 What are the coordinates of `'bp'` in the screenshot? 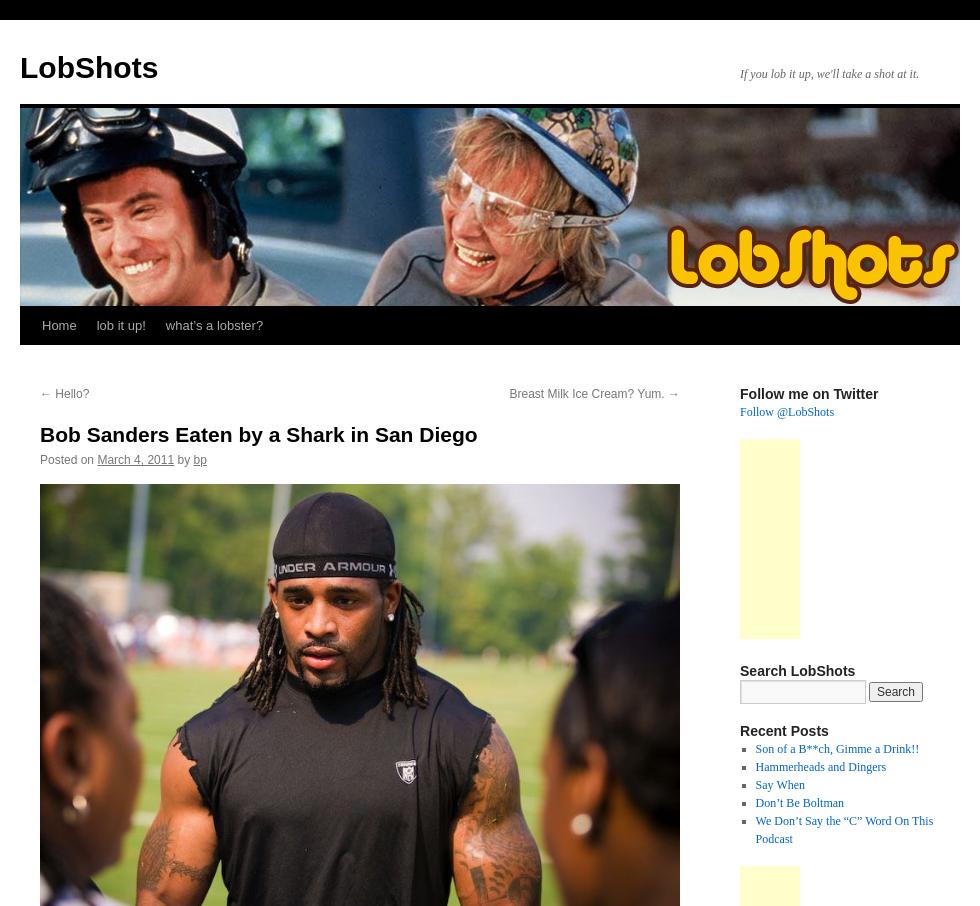 It's located at (199, 458).